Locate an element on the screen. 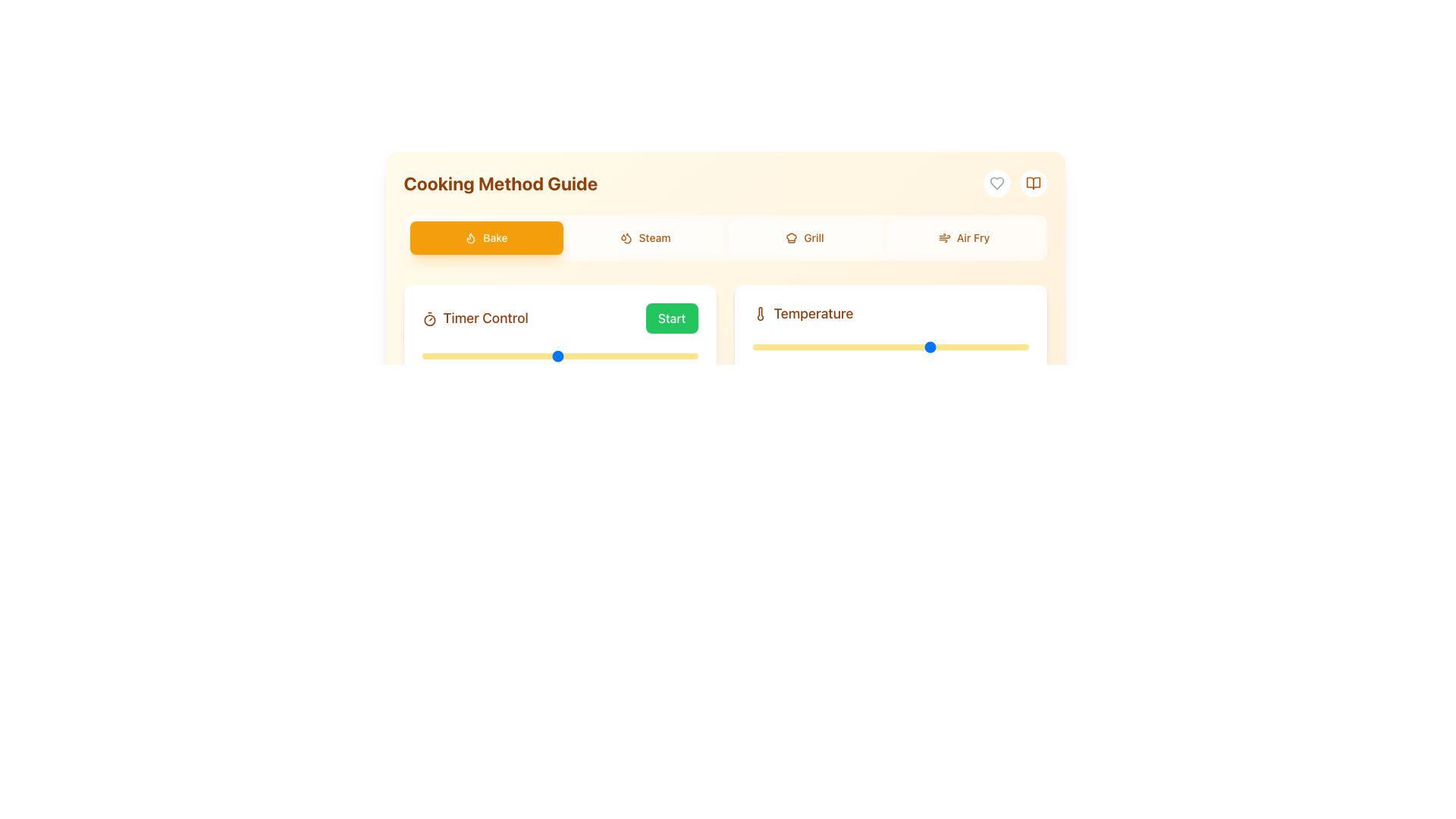 This screenshot has width=1456, height=819. the chef's hat icon in the top-right section of the interface, which is outlined and styled with a line-based design, and is adjacent to the book and heart icons is located at coordinates (791, 237).